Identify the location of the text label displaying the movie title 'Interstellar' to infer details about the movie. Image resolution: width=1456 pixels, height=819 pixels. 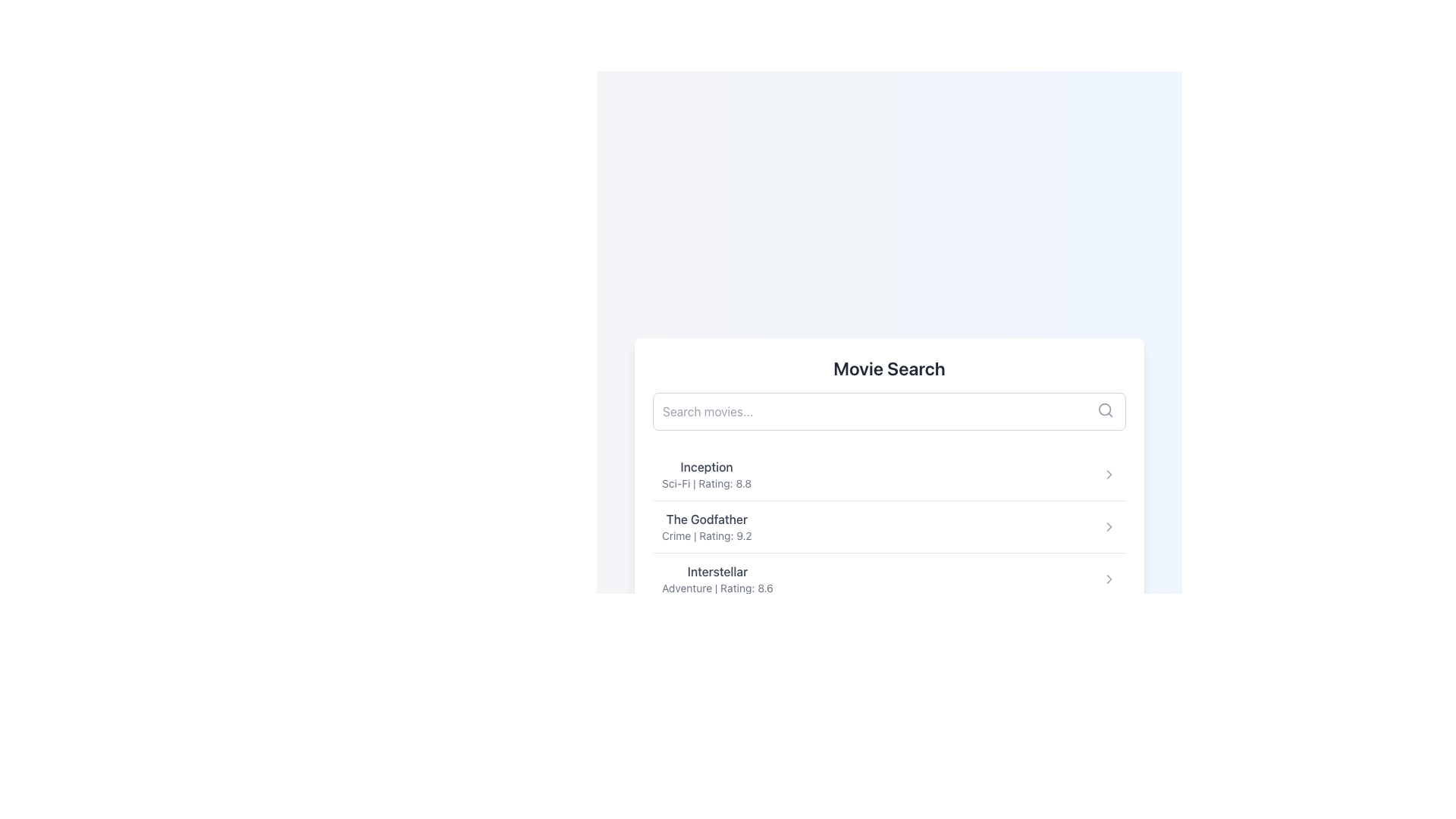
(717, 571).